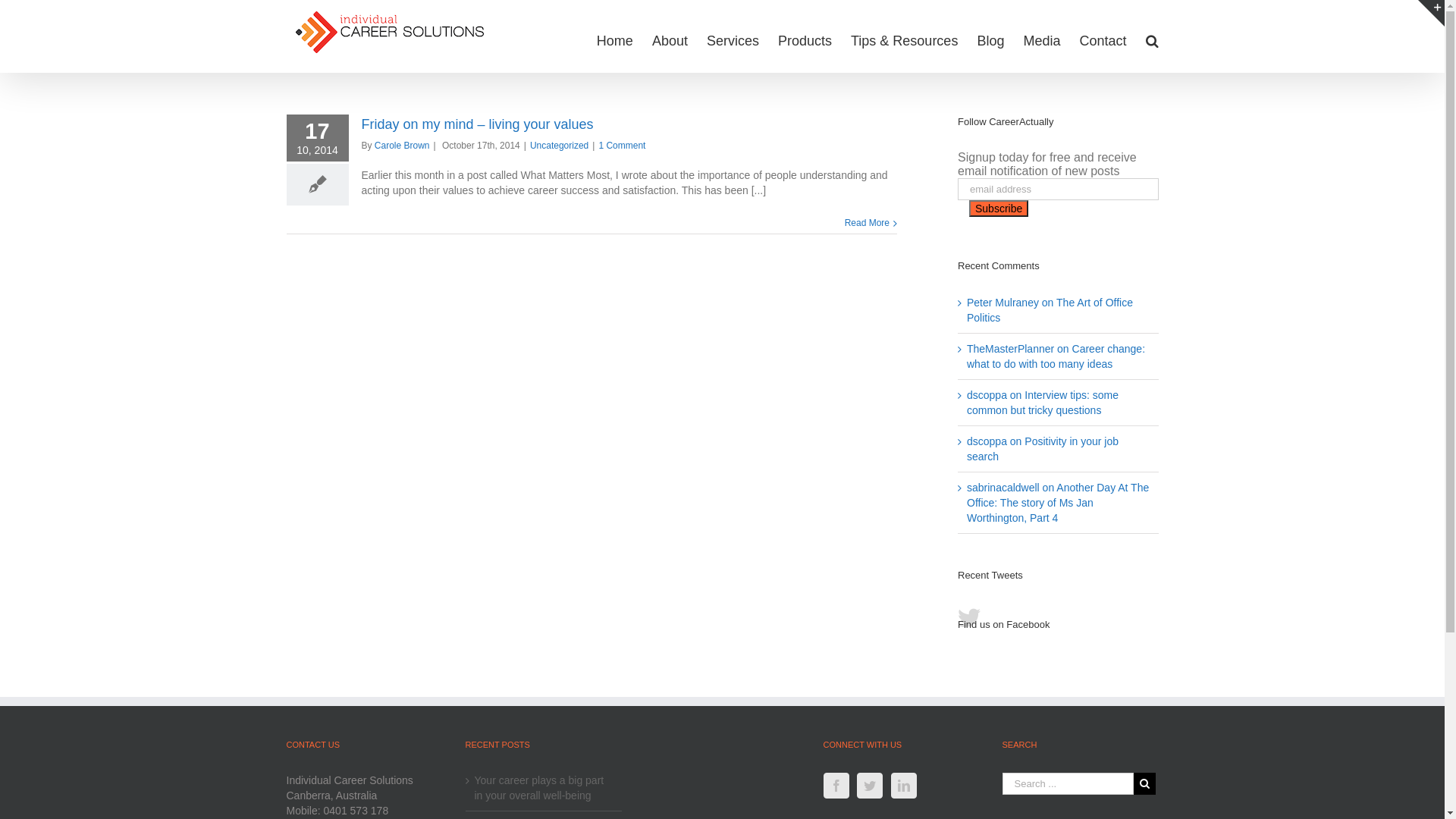  I want to click on 'TheMasterPlanner', so click(1010, 348).